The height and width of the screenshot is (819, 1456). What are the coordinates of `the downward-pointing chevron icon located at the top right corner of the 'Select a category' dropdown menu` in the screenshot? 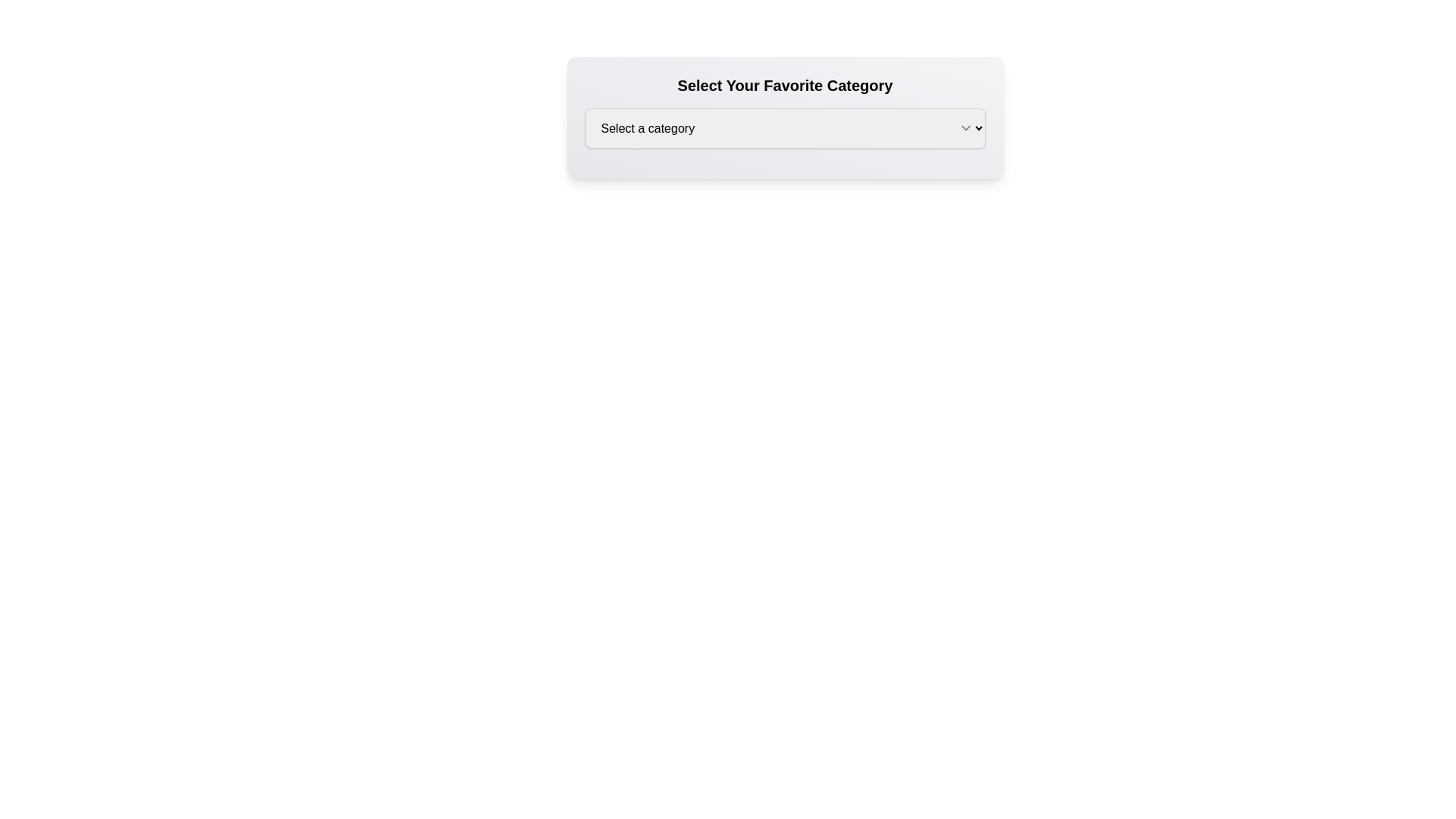 It's located at (965, 127).